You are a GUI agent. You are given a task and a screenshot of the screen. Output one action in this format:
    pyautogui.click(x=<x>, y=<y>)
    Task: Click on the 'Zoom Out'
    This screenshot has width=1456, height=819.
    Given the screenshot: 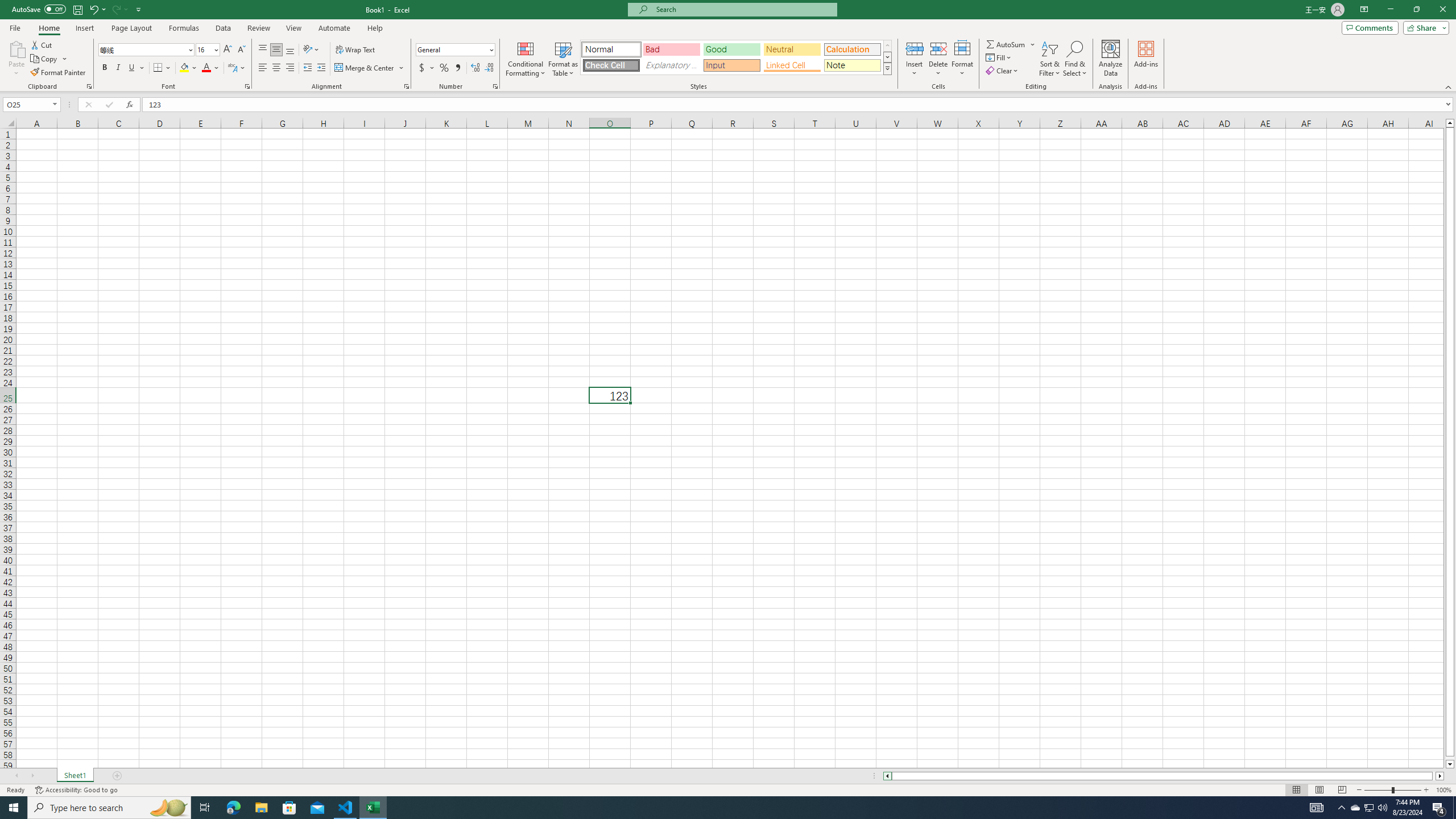 What is the action you would take?
    pyautogui.click(x=1378, y=790)
    